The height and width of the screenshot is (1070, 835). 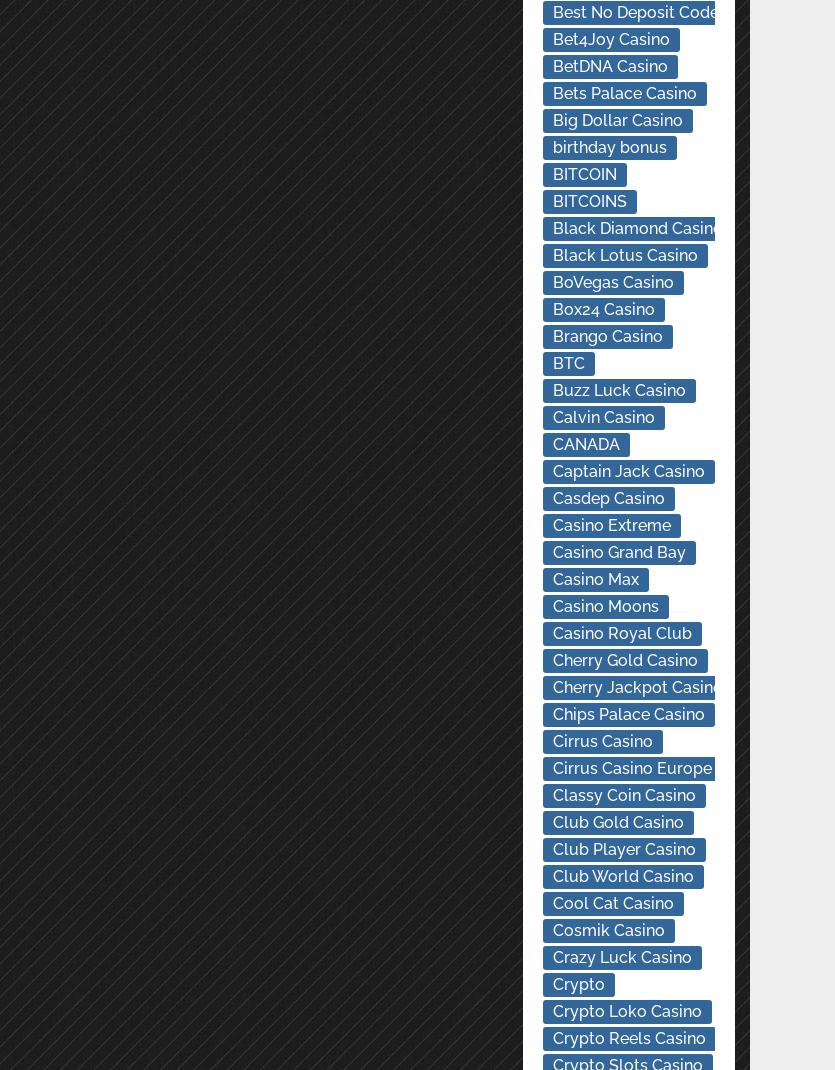 I want to click on 'Cherry Gold Casino', so click(x=623, y=660).